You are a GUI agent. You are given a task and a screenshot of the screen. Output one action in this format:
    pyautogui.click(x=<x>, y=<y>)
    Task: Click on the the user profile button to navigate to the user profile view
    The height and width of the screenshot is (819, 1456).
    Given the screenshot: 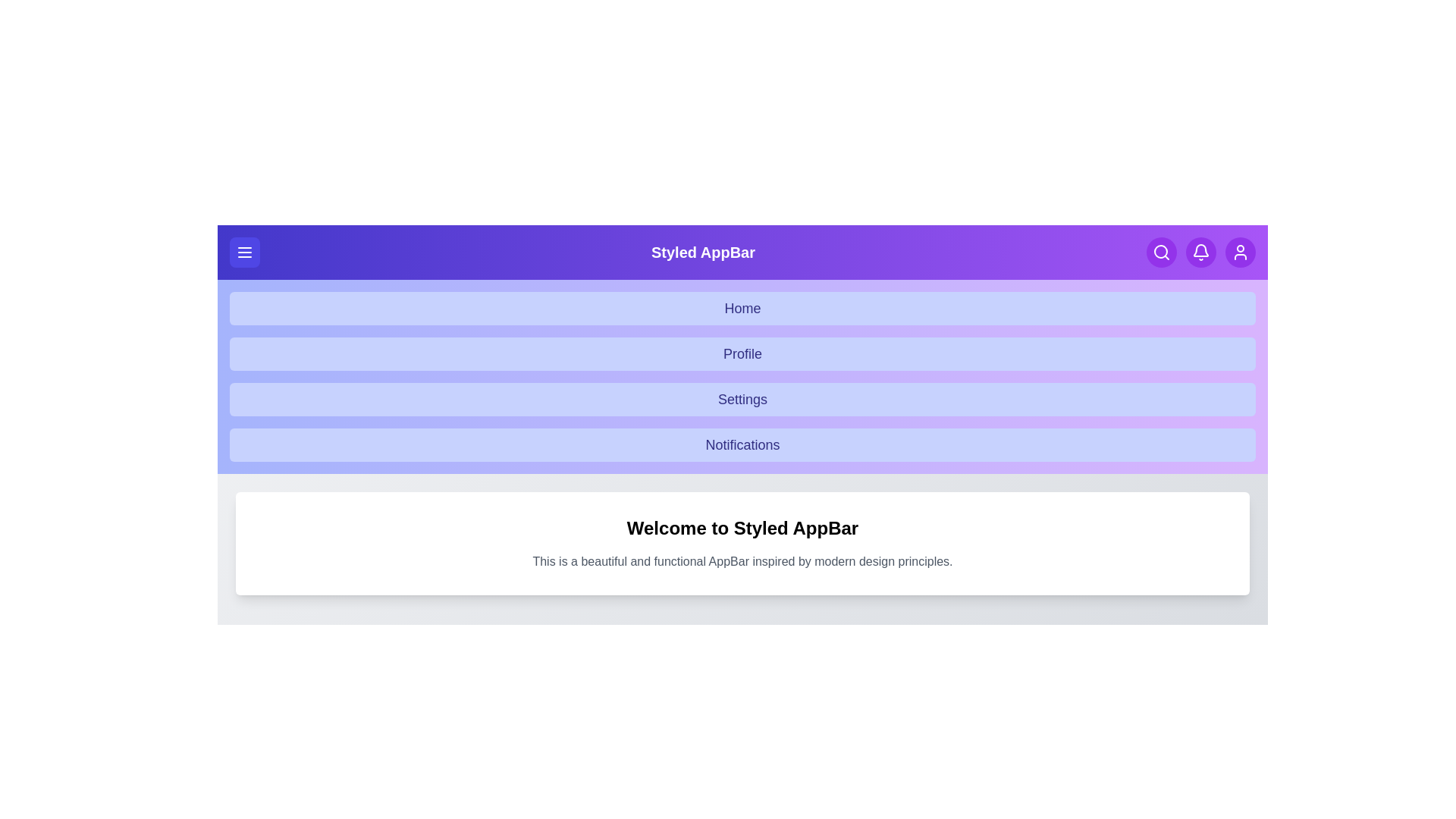 What is the action you would take?
    pyautogui.click(x=1241, y=251)
    